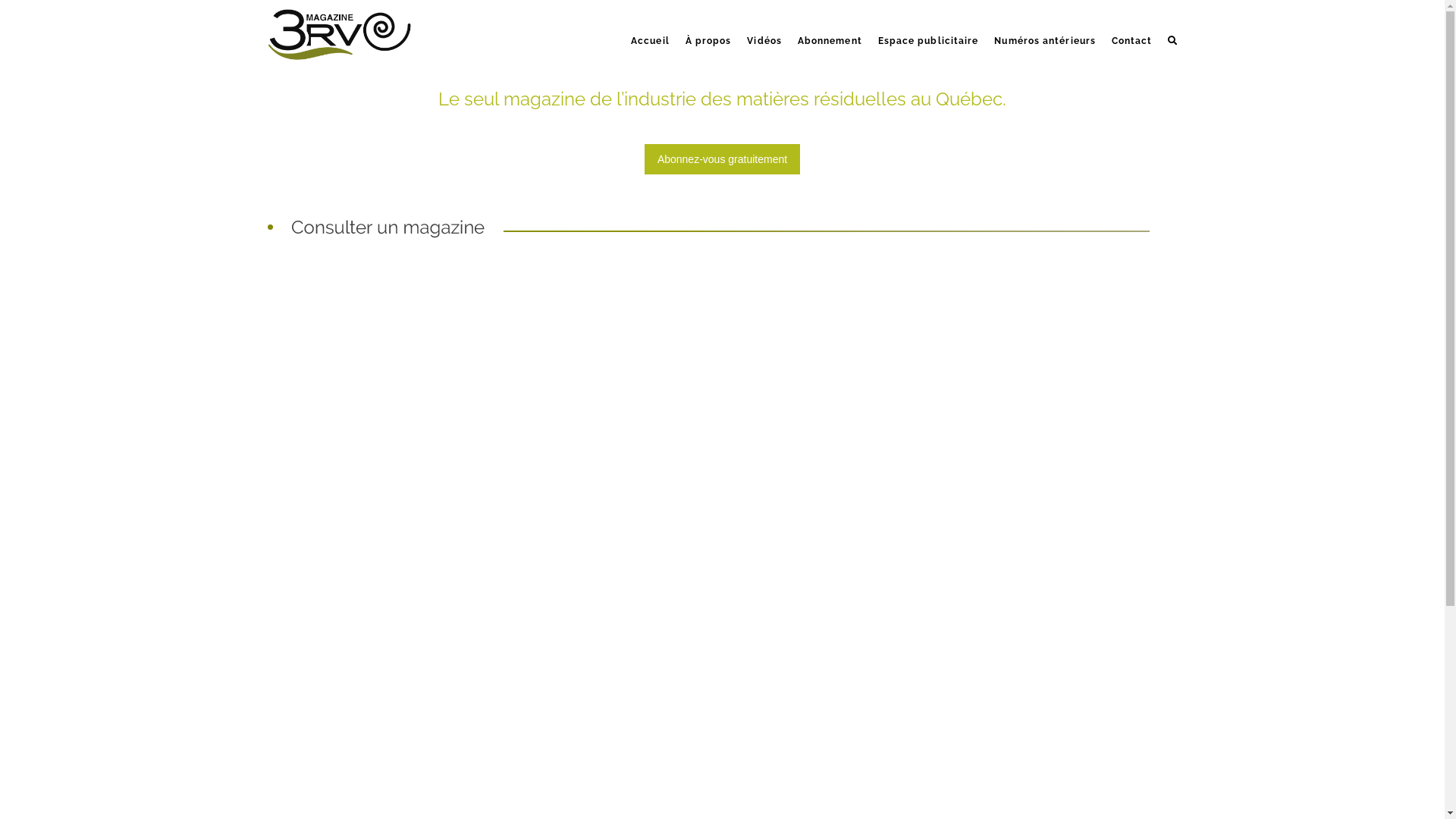  What do you see at coordinates (789, 26) in the screenshot?
I see `'Abonnement'` at bounding box center [789, 26].